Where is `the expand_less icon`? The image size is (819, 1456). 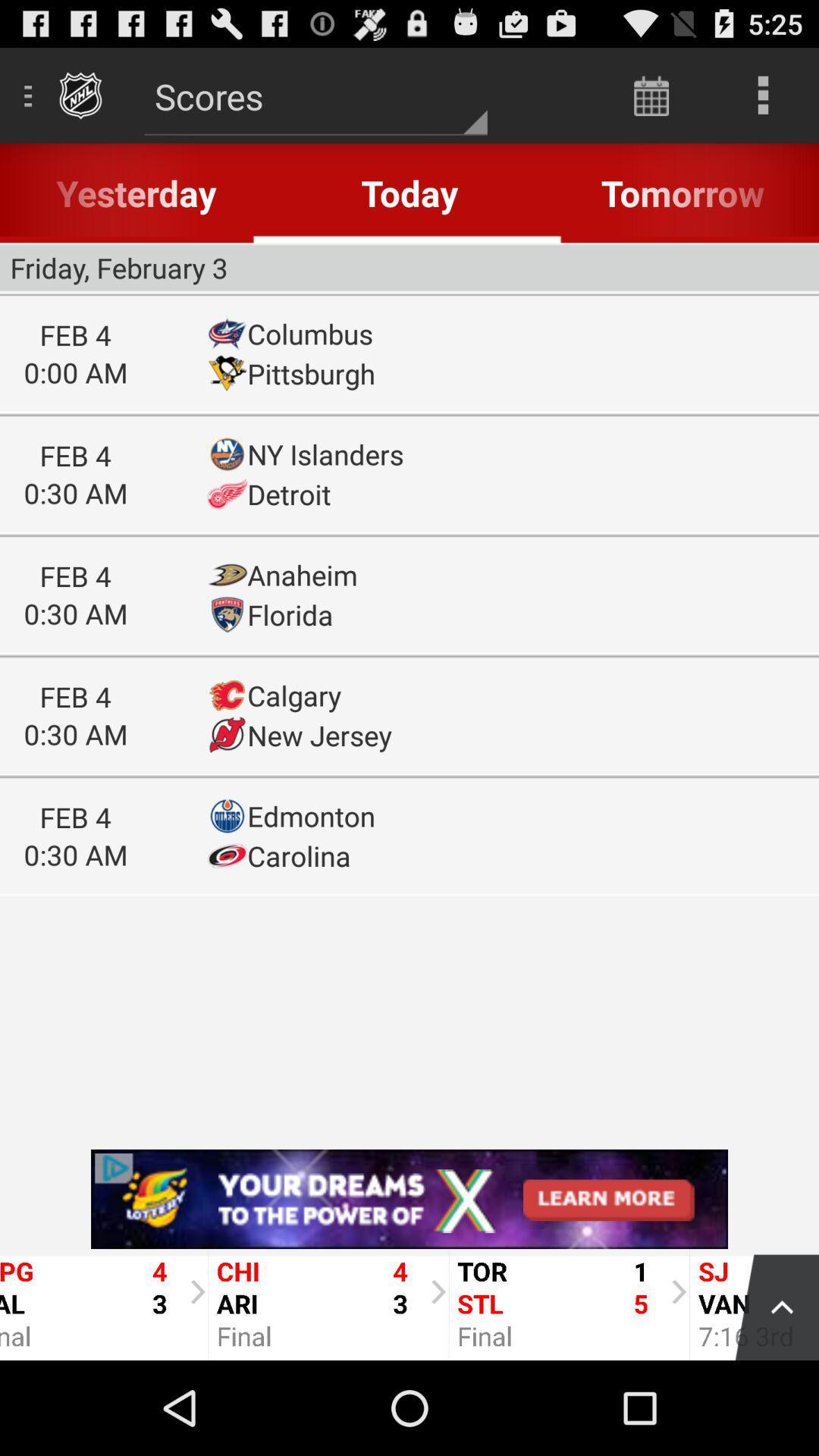 the expand_less icon is located at coordinates (769, 1395).